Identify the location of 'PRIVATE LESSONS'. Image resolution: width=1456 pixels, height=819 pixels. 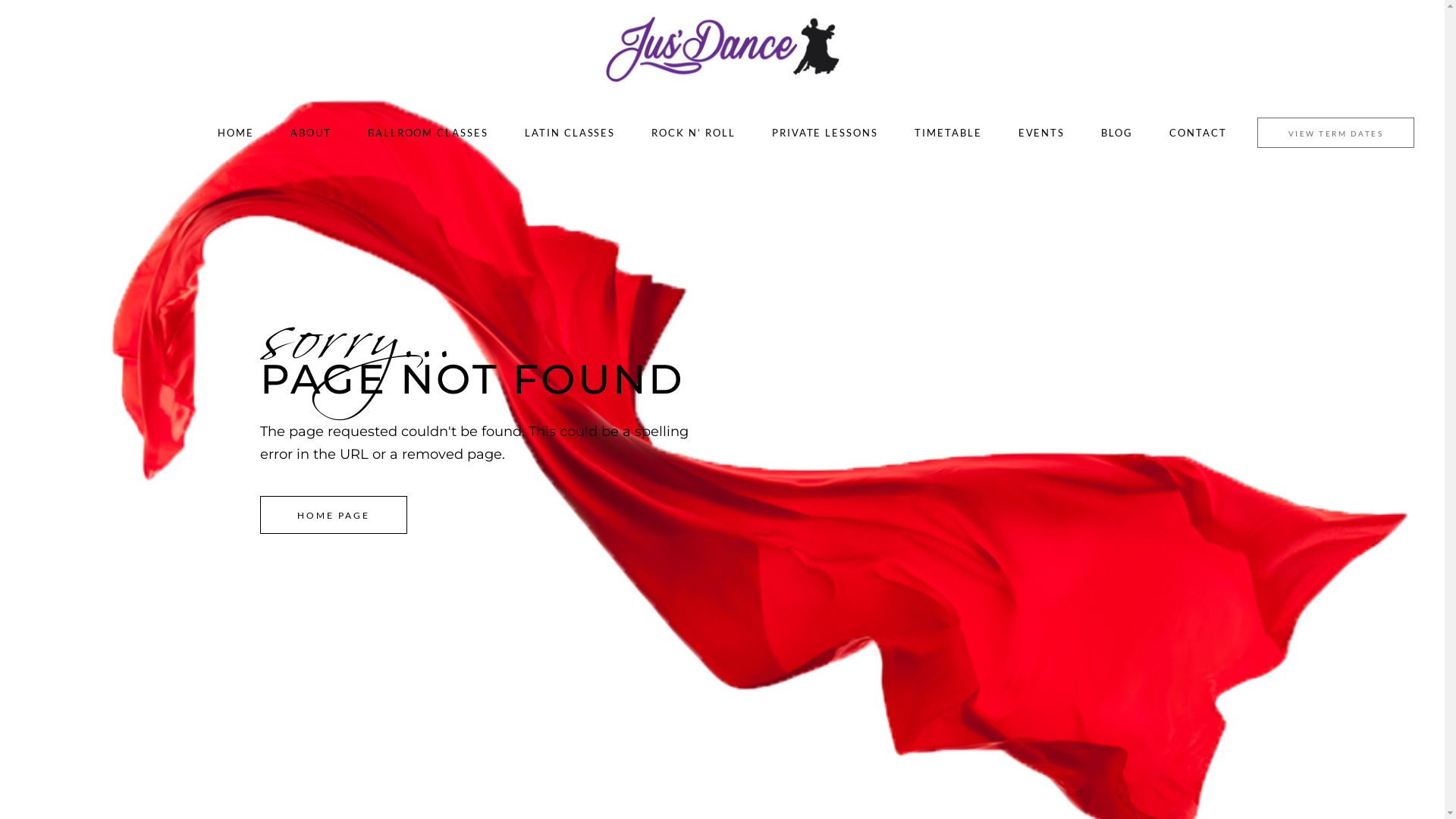
(824, 131).